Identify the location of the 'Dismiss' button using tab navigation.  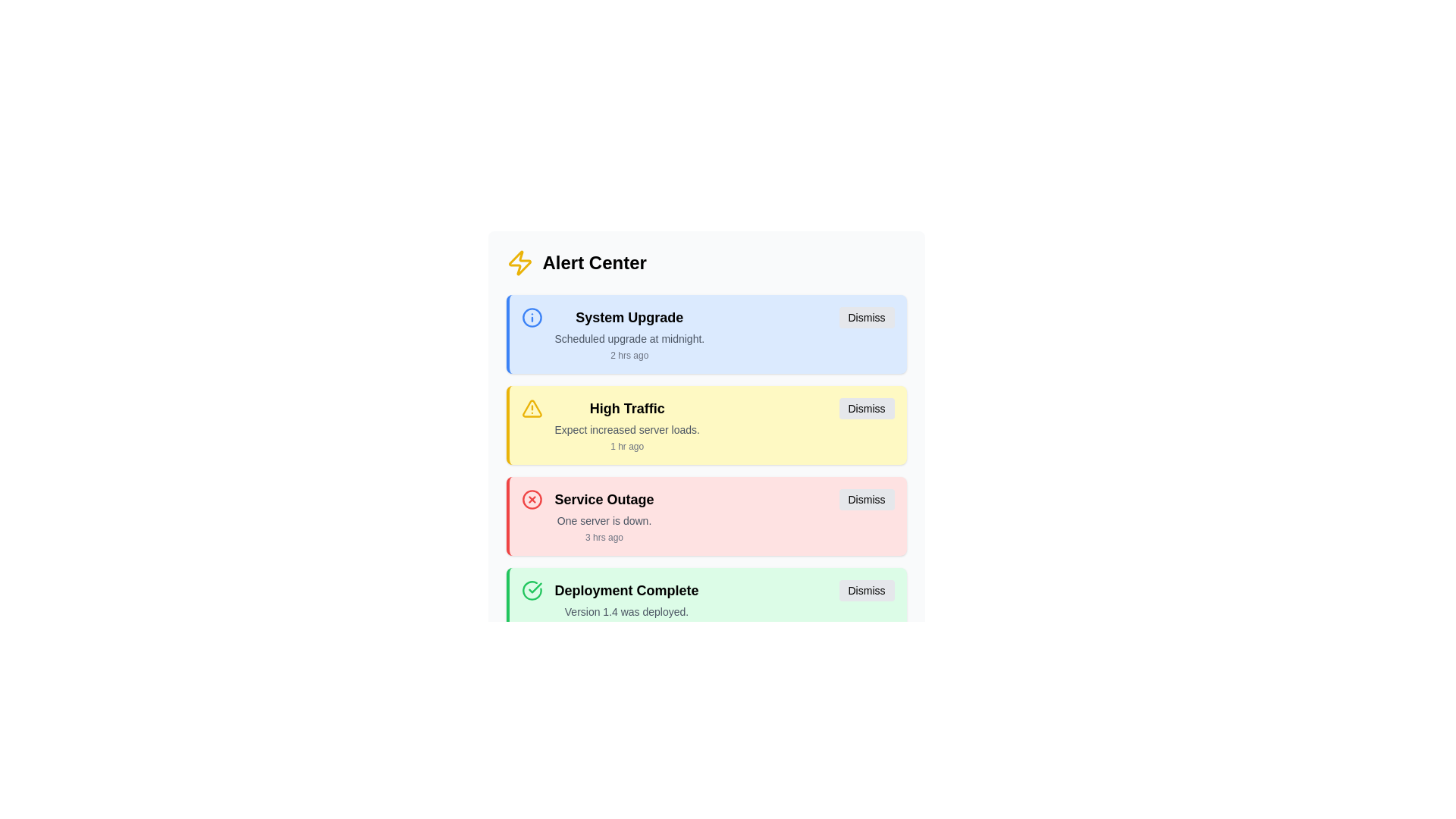
(866, 408).